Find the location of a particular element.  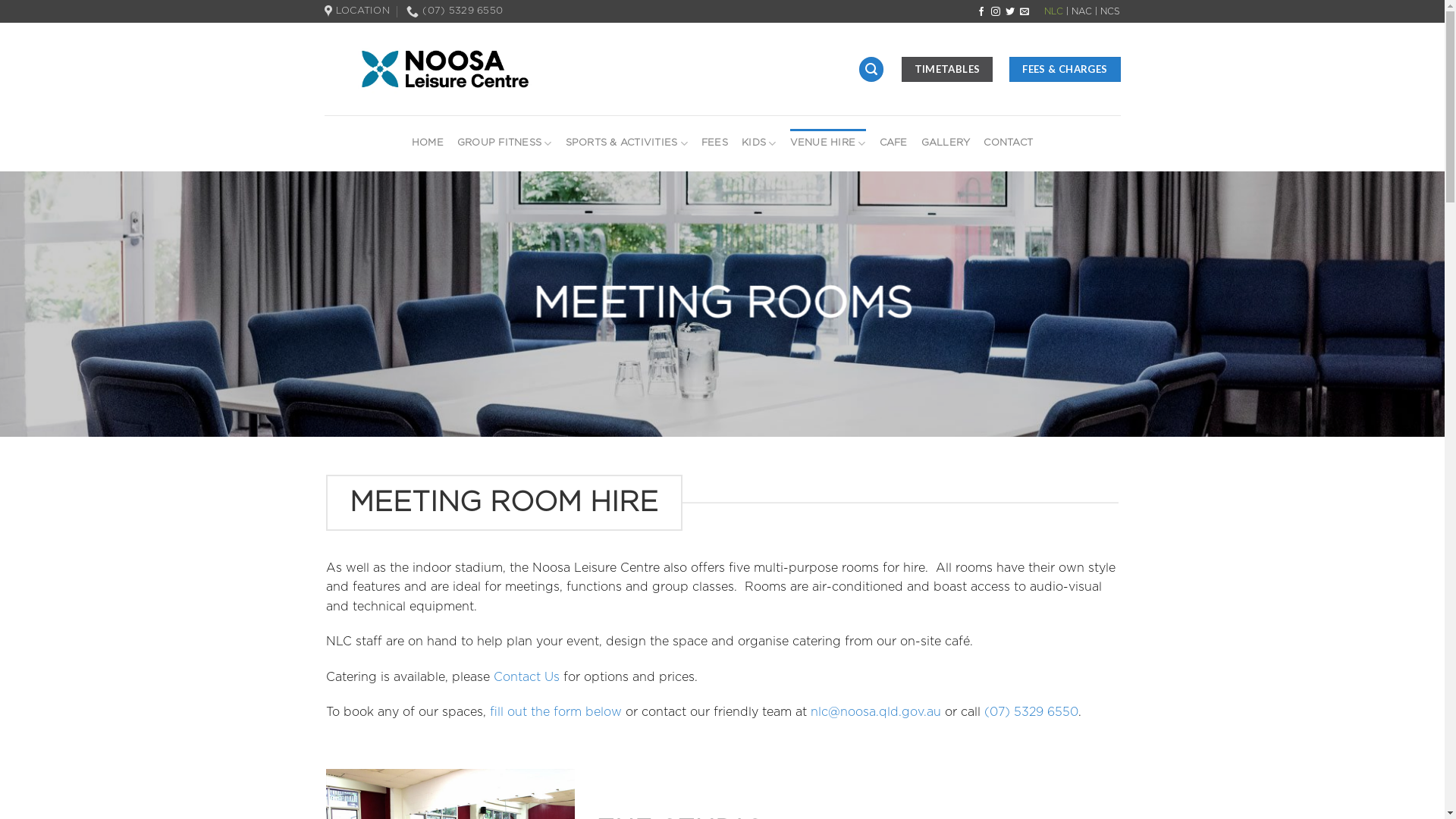

'VENUE HIRE' is located at coordinates (827, 143).